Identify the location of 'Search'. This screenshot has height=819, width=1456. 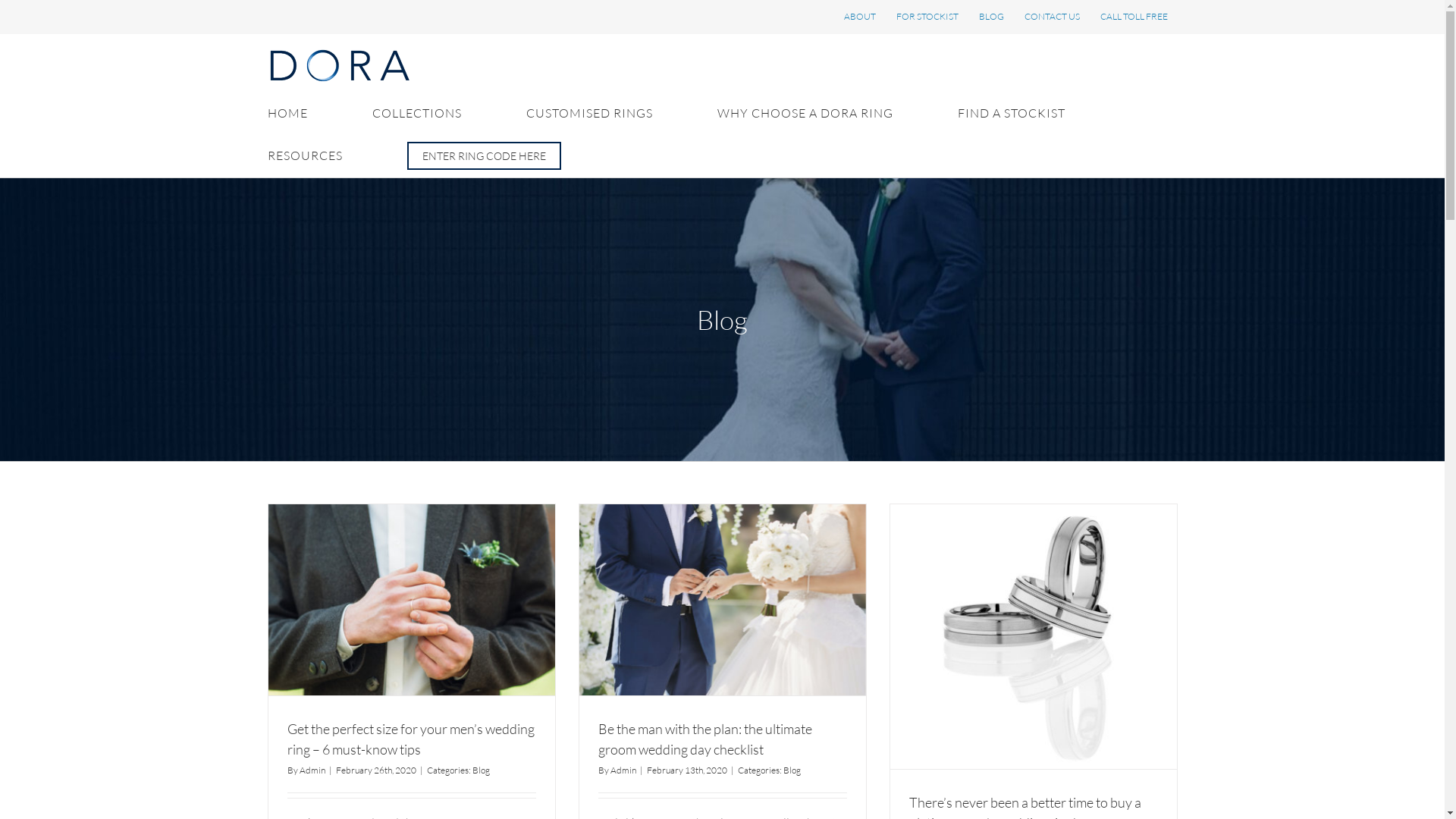
(482, 155).